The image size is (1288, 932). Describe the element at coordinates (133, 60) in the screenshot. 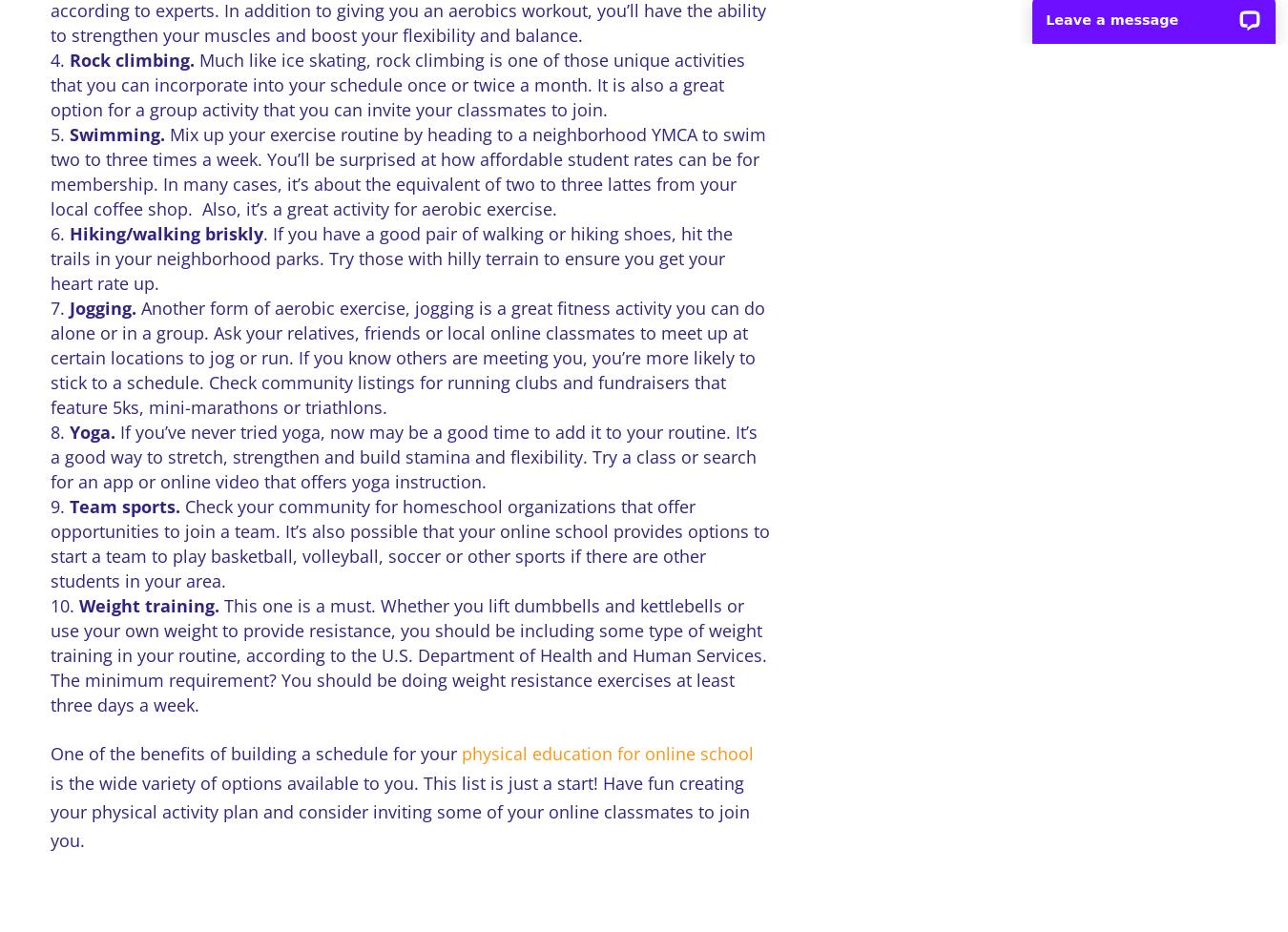

I see `'Rock climbing.'` at that location.